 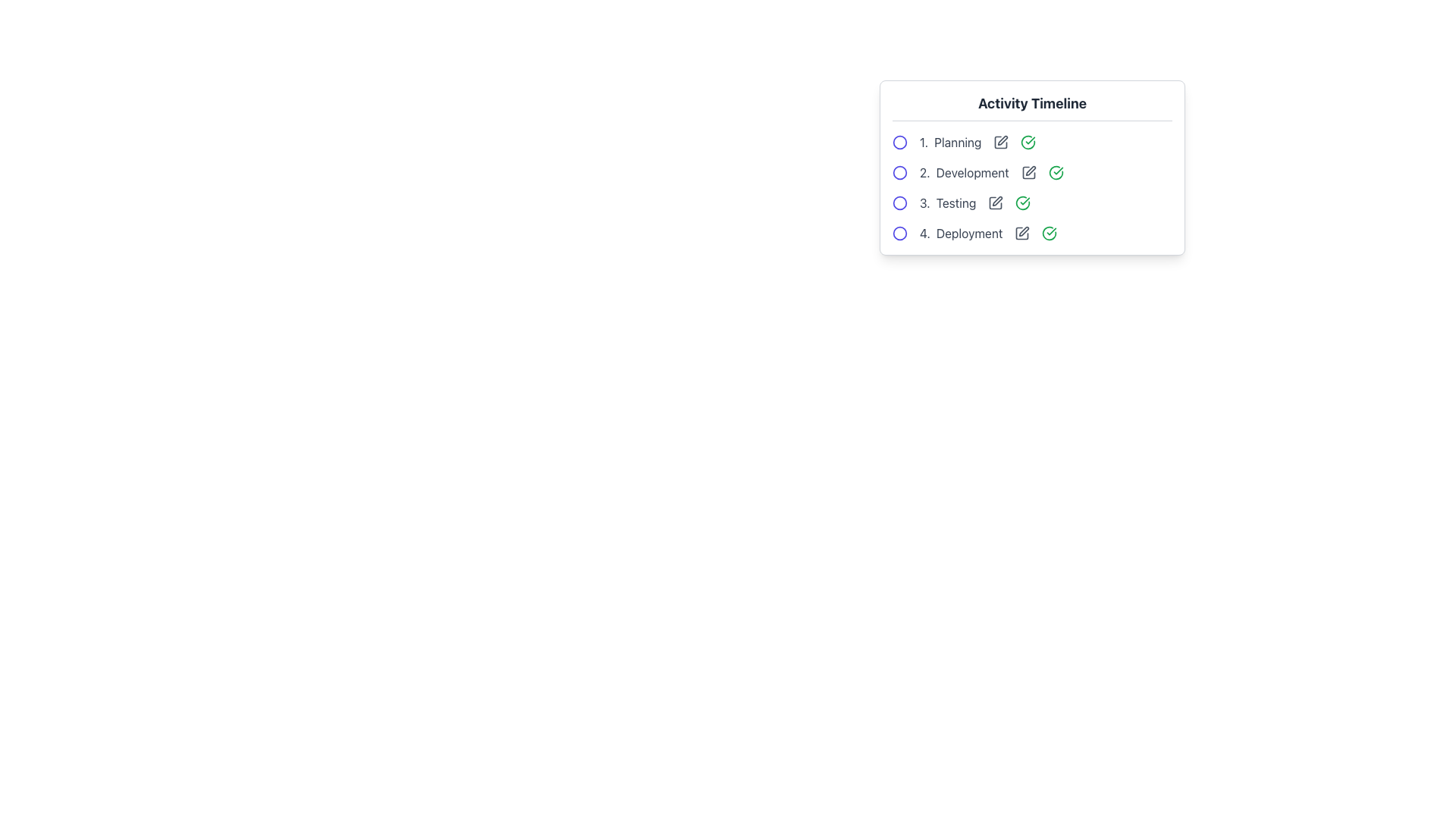 What do you see at coordinates (1031, 202) in the screenshot?
I see `the Composite UI element labeled '3.Testing' which includes a circular radio button and two icons (pencil and checkmark) for additional actions or visual feedback` at bounding box center [1031, 202].